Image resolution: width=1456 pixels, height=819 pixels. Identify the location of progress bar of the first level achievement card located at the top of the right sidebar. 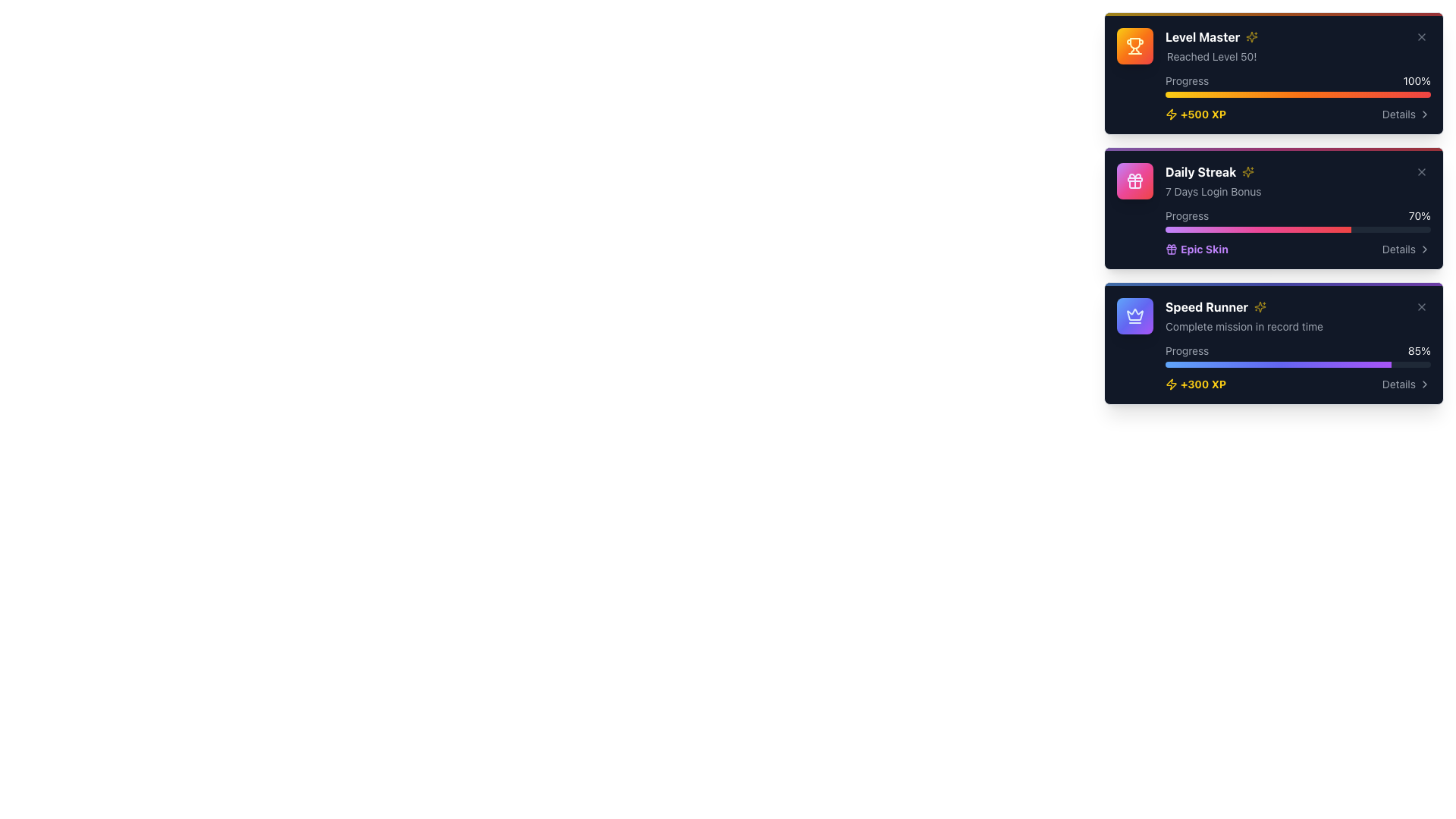
(1298, 75).